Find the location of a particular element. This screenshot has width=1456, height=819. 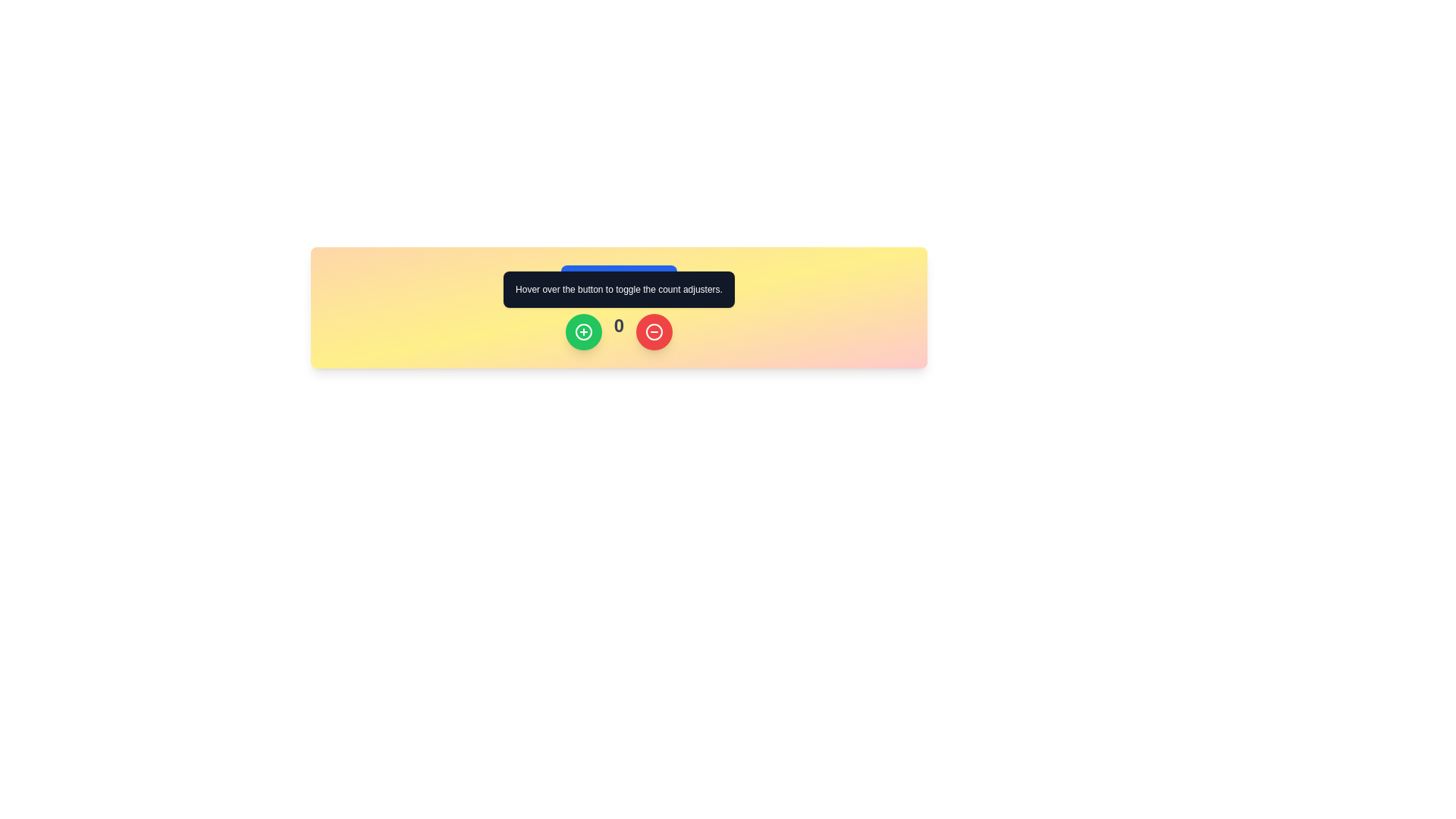

the SVG graphical component of the rightmost red button that represents the decrement functionality is located at coordinates (654, 331).